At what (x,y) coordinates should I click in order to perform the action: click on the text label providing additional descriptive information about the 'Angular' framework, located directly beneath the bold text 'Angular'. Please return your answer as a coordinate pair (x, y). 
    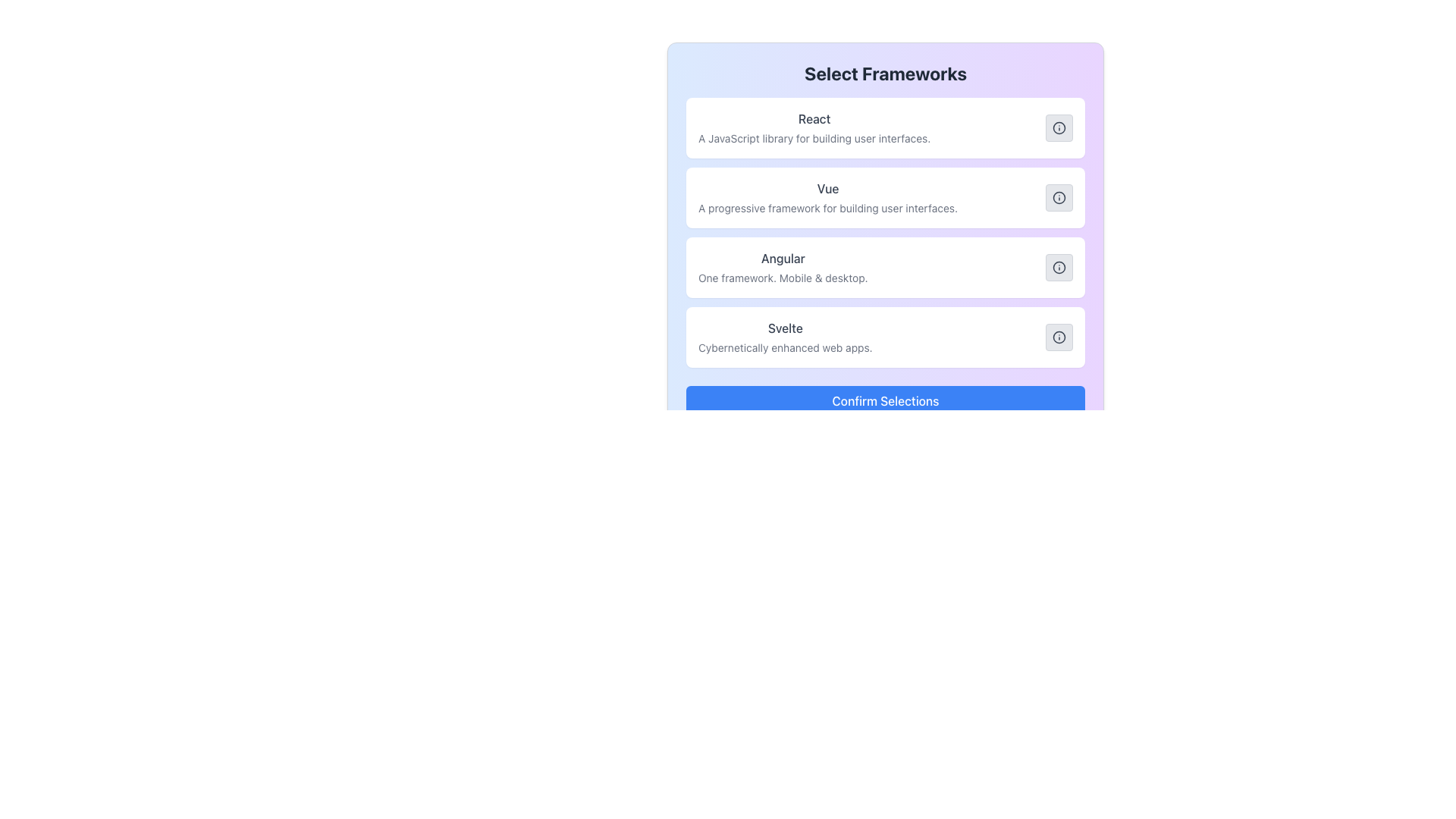
    Looking at the image, I should click on (783, 278).